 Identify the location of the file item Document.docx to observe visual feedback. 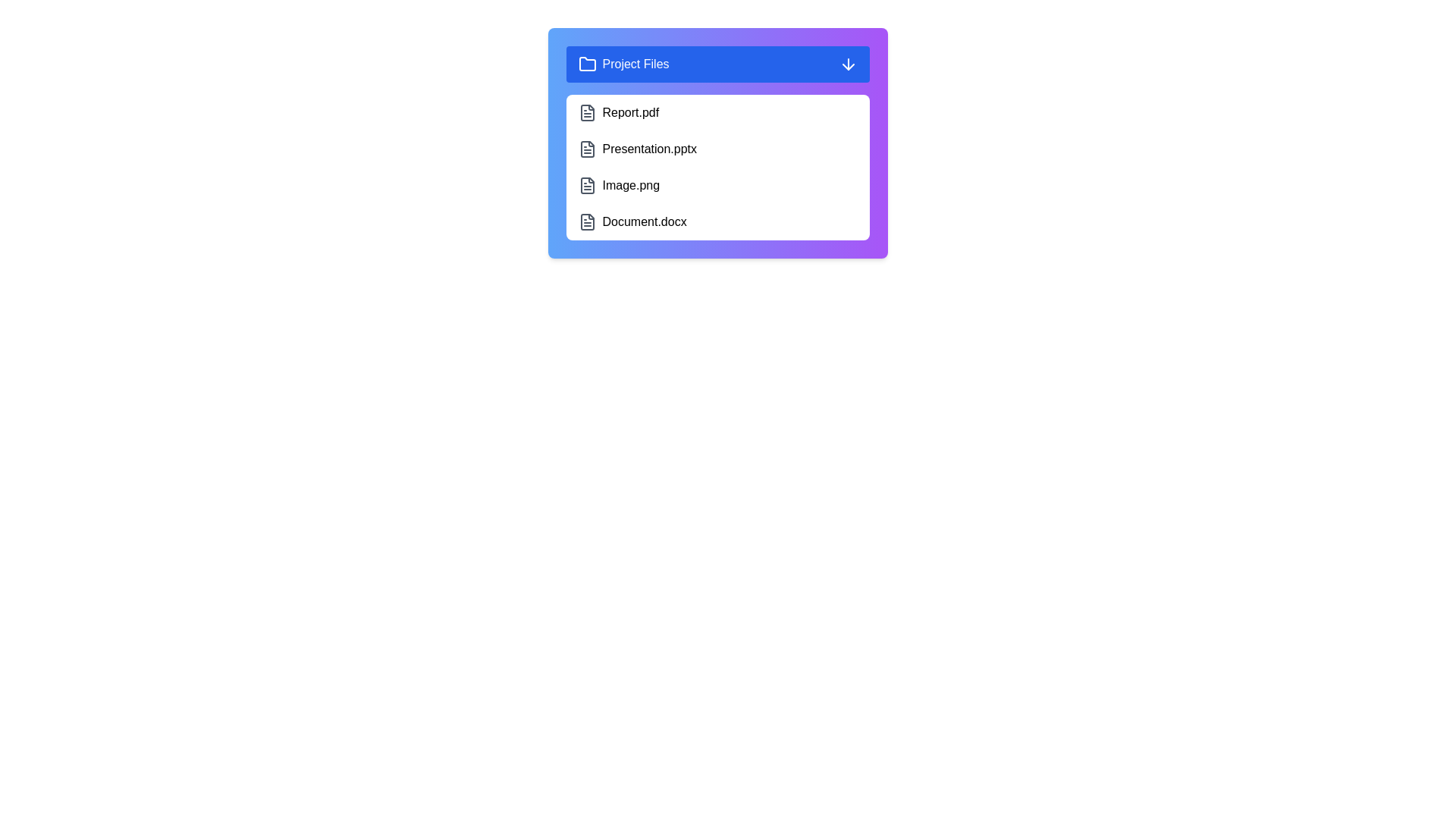
(717, 222).